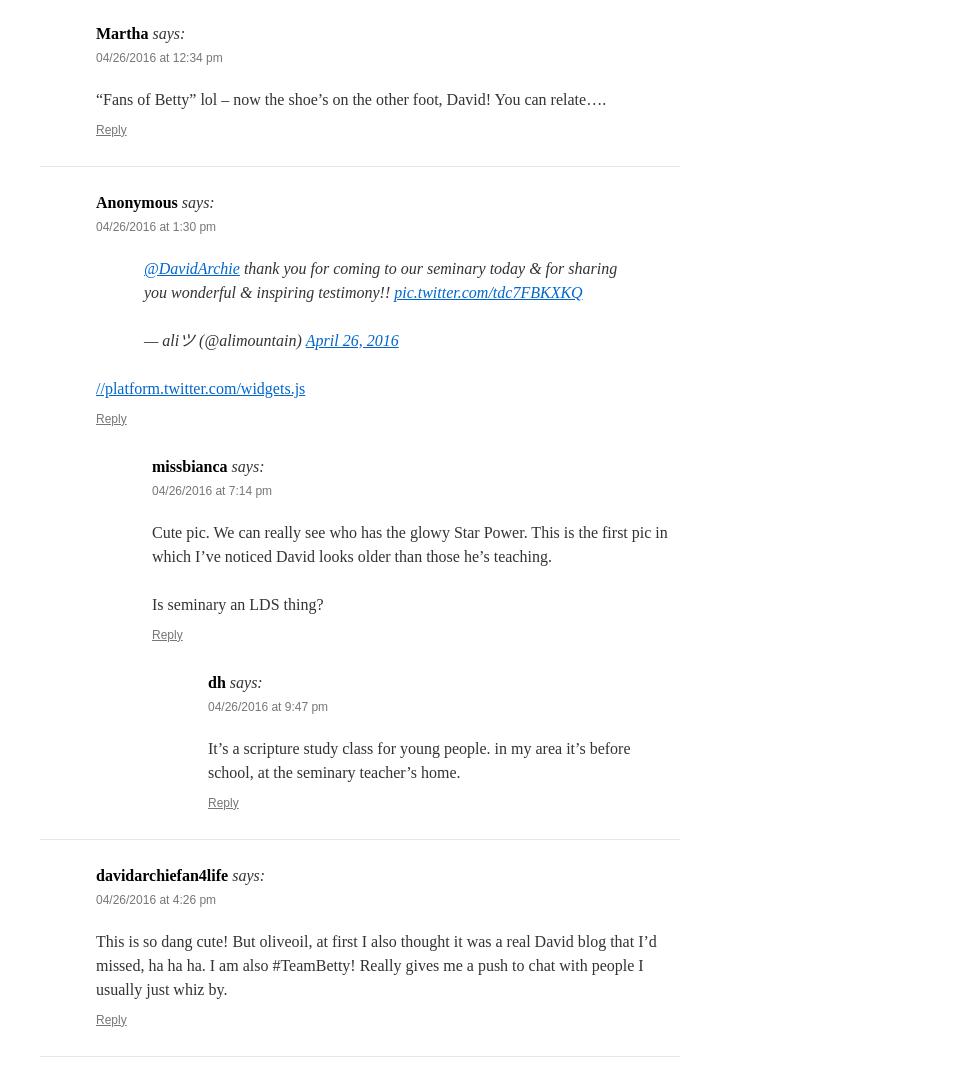 This screenshot has height=1074, width=980. Describe the element at coordinates (268, 706) in the screenshot. I see `'04/26/2016 at 9:47 pm'` at that location.